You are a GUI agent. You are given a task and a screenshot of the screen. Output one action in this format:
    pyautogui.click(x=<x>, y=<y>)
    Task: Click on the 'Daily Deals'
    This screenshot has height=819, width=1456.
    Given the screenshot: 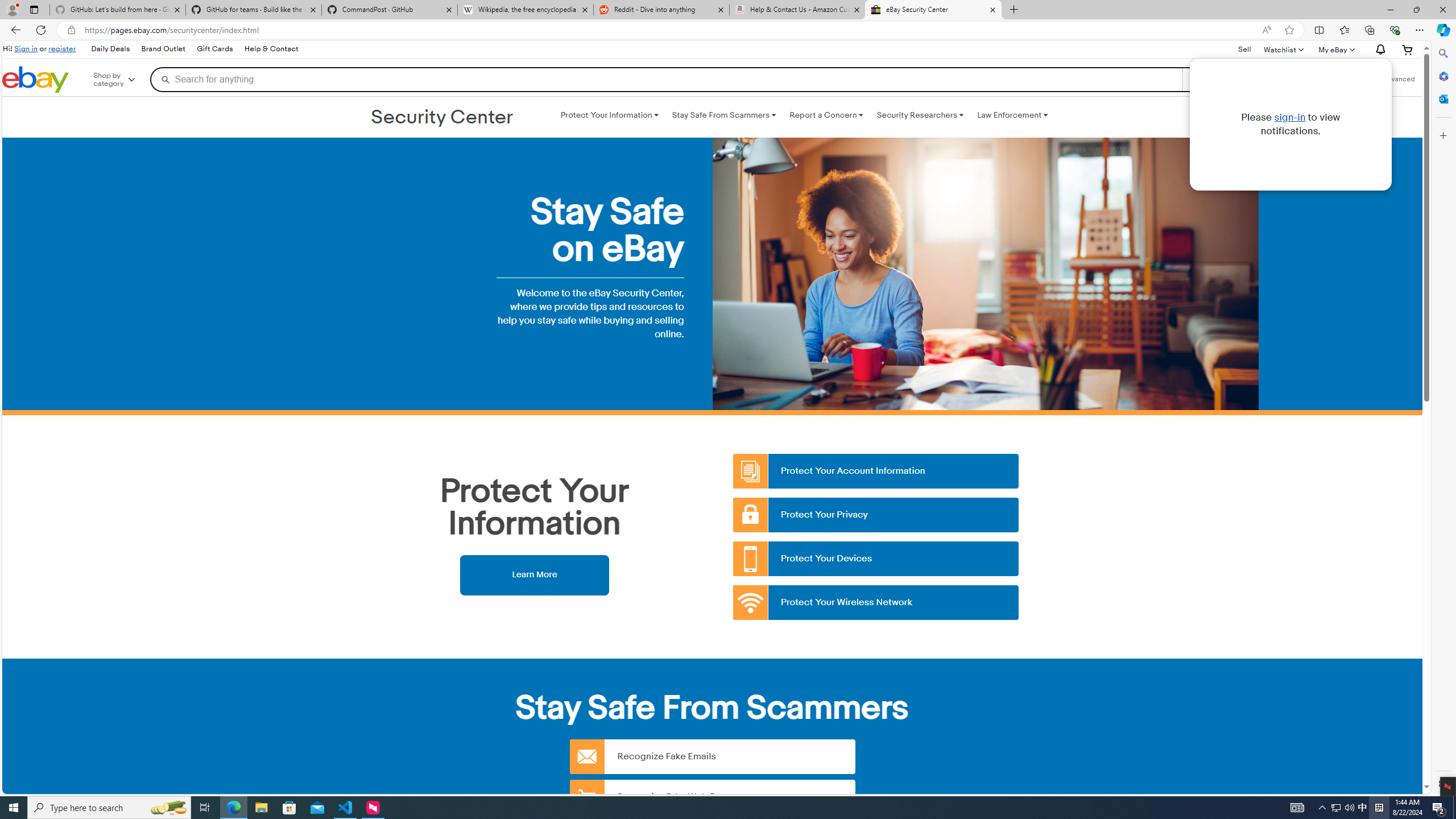 What is the action you would take?
    pyautogui.click(x=109, y=49)
    